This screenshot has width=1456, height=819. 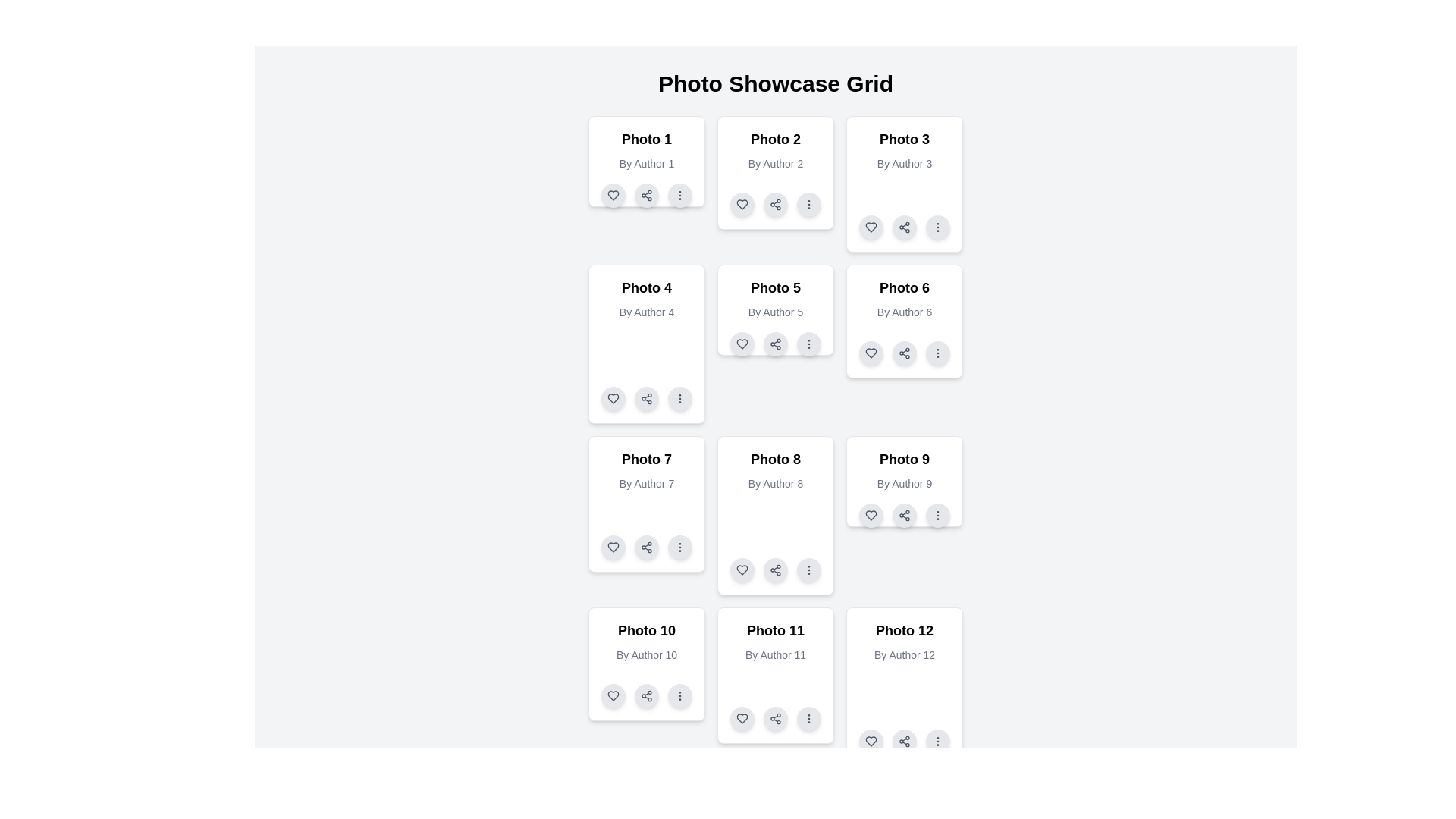 What do you see at coordinates (613, 547) in the screenshot?
I see `the heart icon button located in the left-most position of the three icons at the lower part of the seventh photo card to express a like action on the associated photo` at bounding box center [613, 547].